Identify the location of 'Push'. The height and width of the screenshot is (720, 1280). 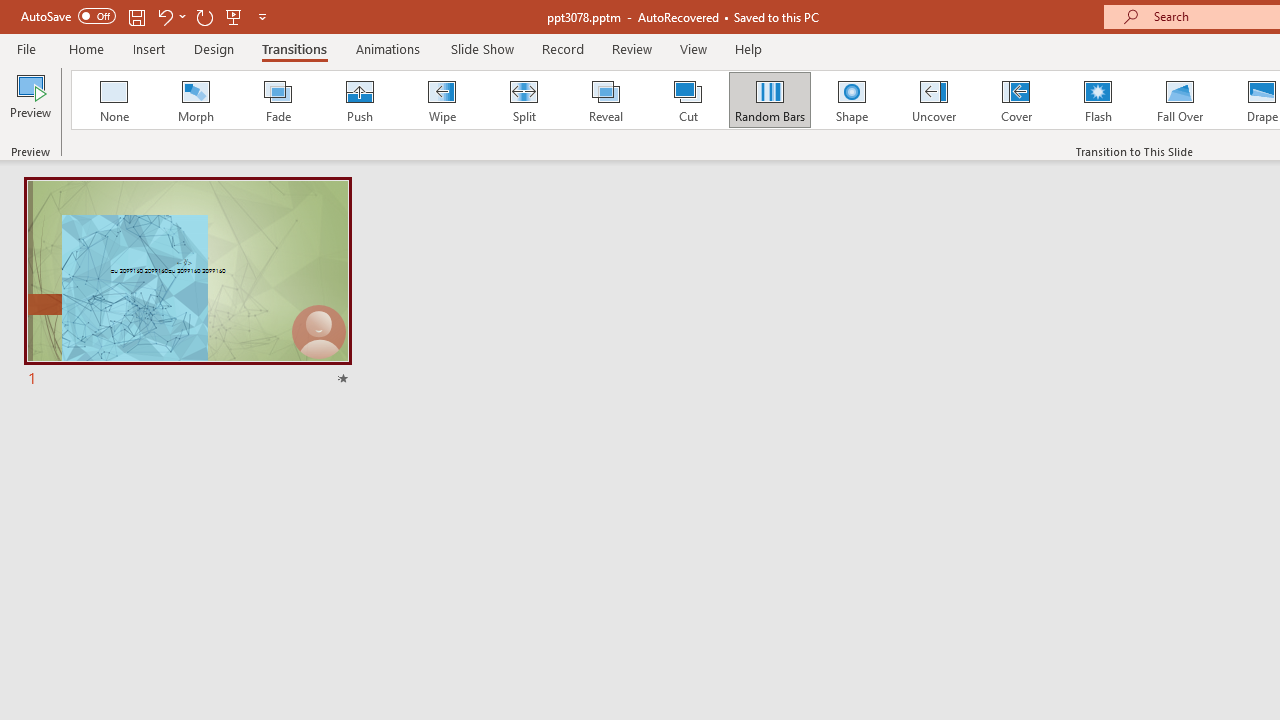
(359, 100).